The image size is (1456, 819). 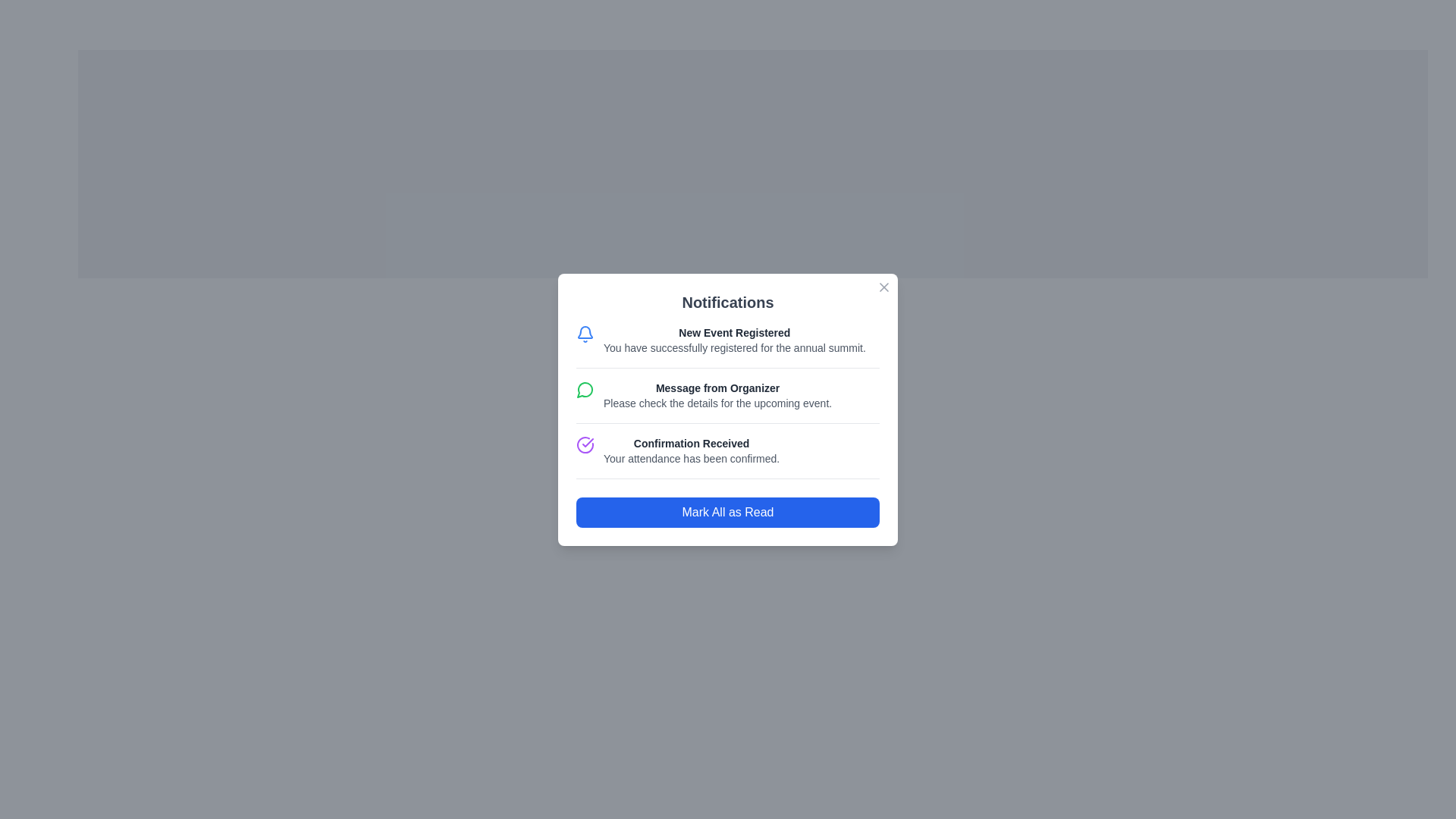 I want to click on the notification icon located in the top-left area of the first notification card, next to the text 'New Event Registered', so click(x=585, y=332).